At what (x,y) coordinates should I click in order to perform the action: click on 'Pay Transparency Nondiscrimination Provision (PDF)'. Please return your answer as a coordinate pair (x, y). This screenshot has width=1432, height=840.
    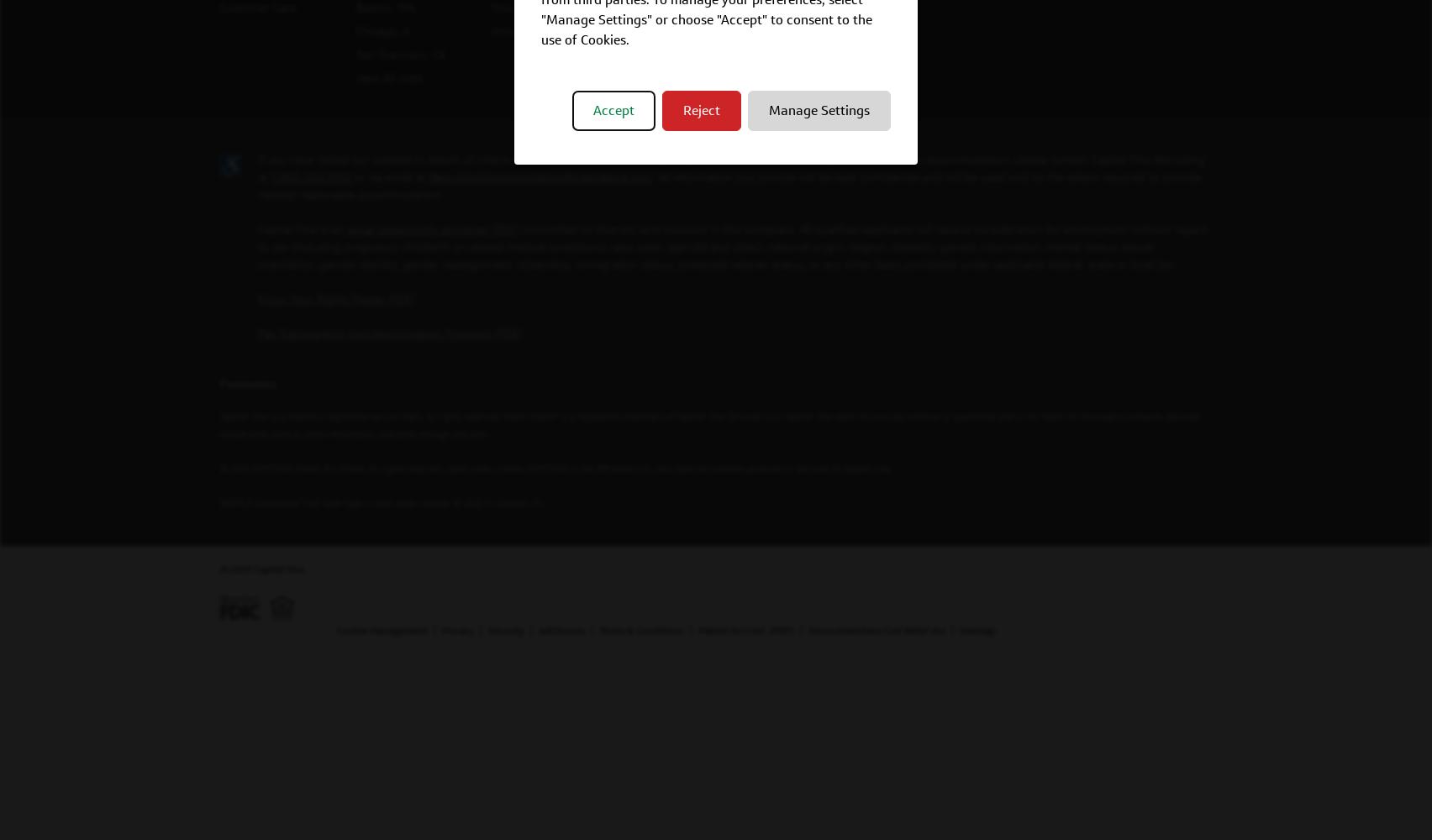
    Looking at the image, I should click on (389, 333).